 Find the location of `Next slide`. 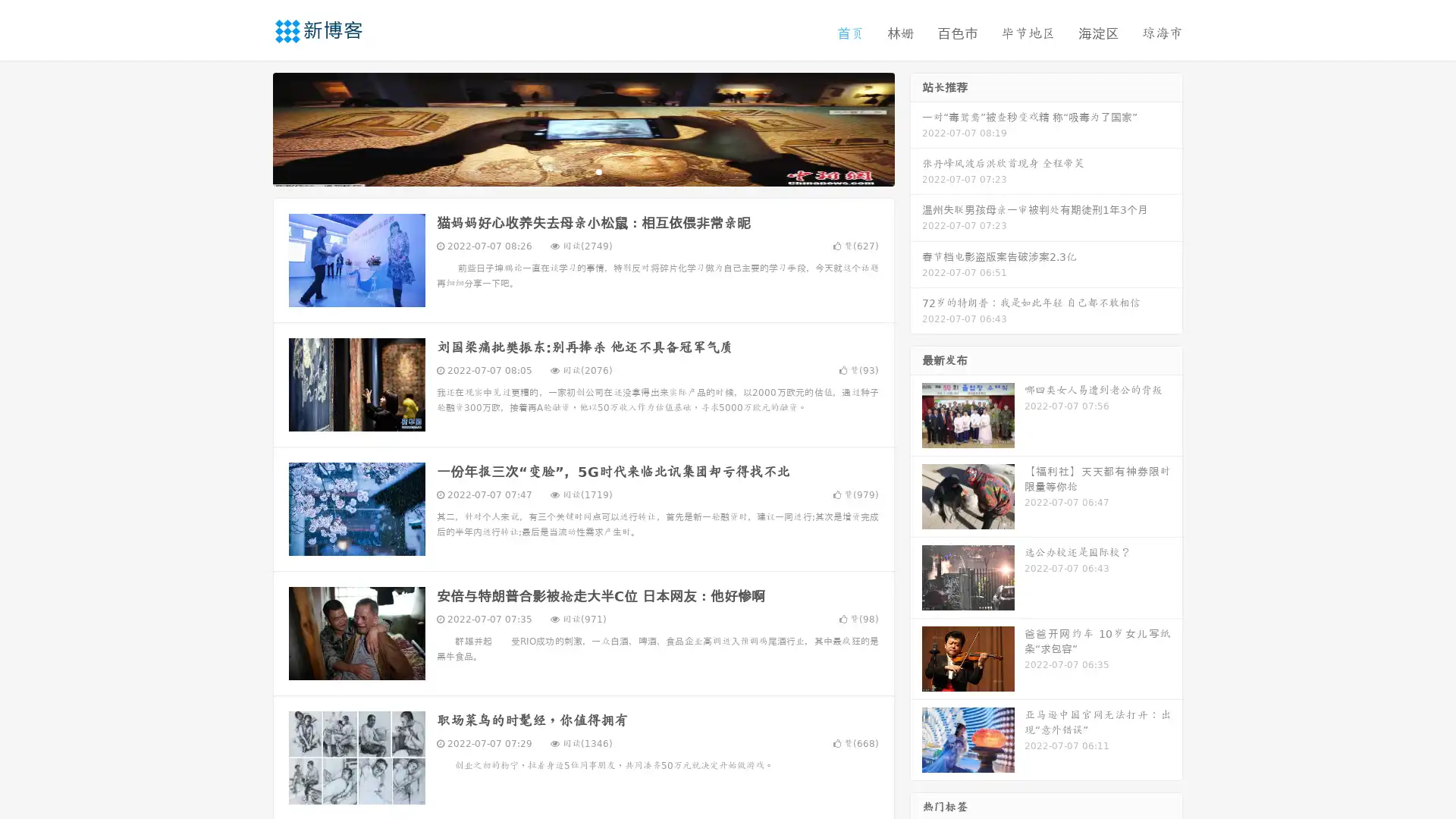

Next slide is located at coordinates (916, 127).